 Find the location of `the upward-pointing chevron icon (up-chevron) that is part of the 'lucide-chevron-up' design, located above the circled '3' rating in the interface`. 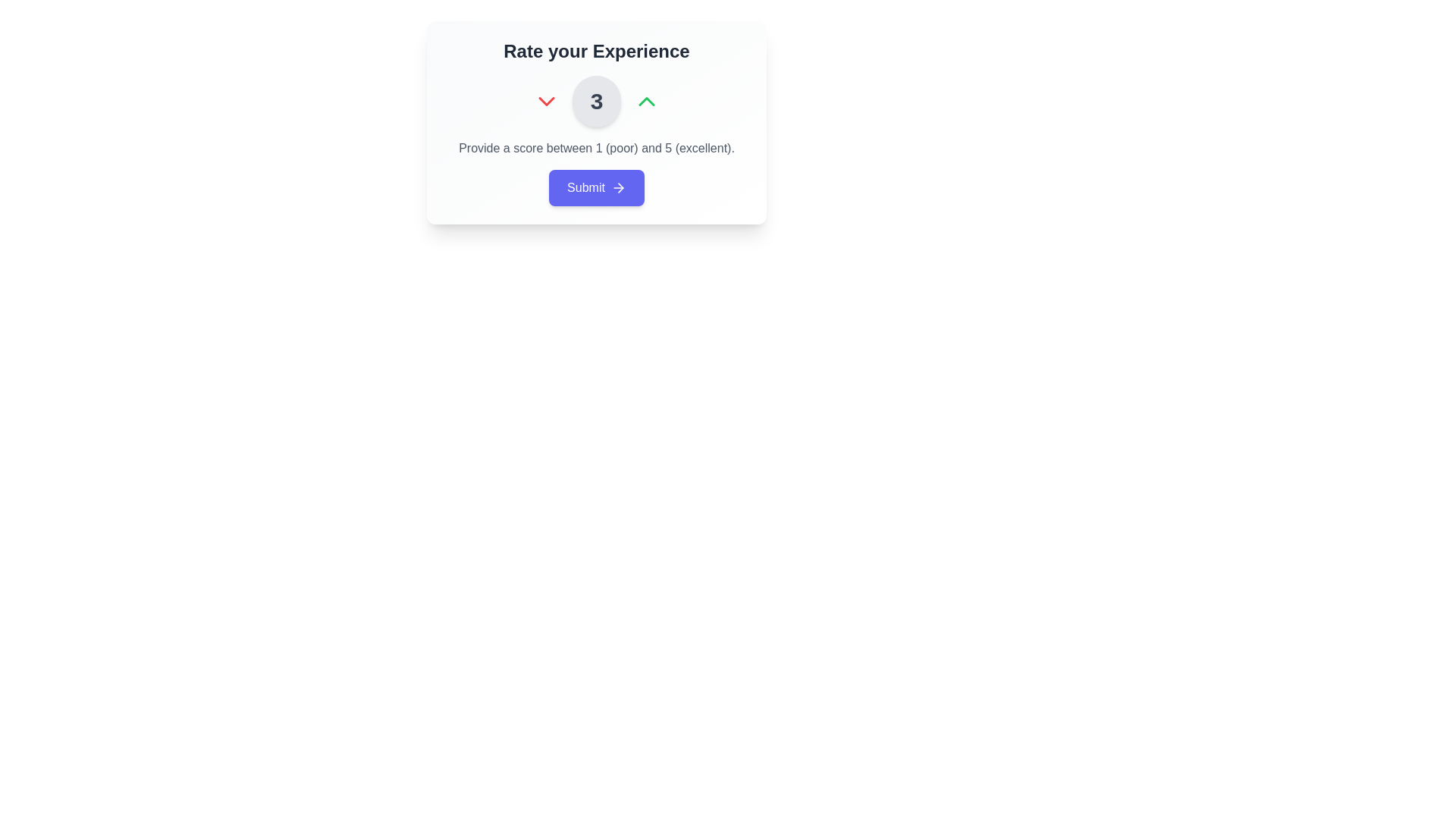

the upward-pointing chevron icon (up-chevron) that is part of the 'lucide-chevron-up' design, located above the circled '3' rating in the interface is located at coordinates (647, 102).